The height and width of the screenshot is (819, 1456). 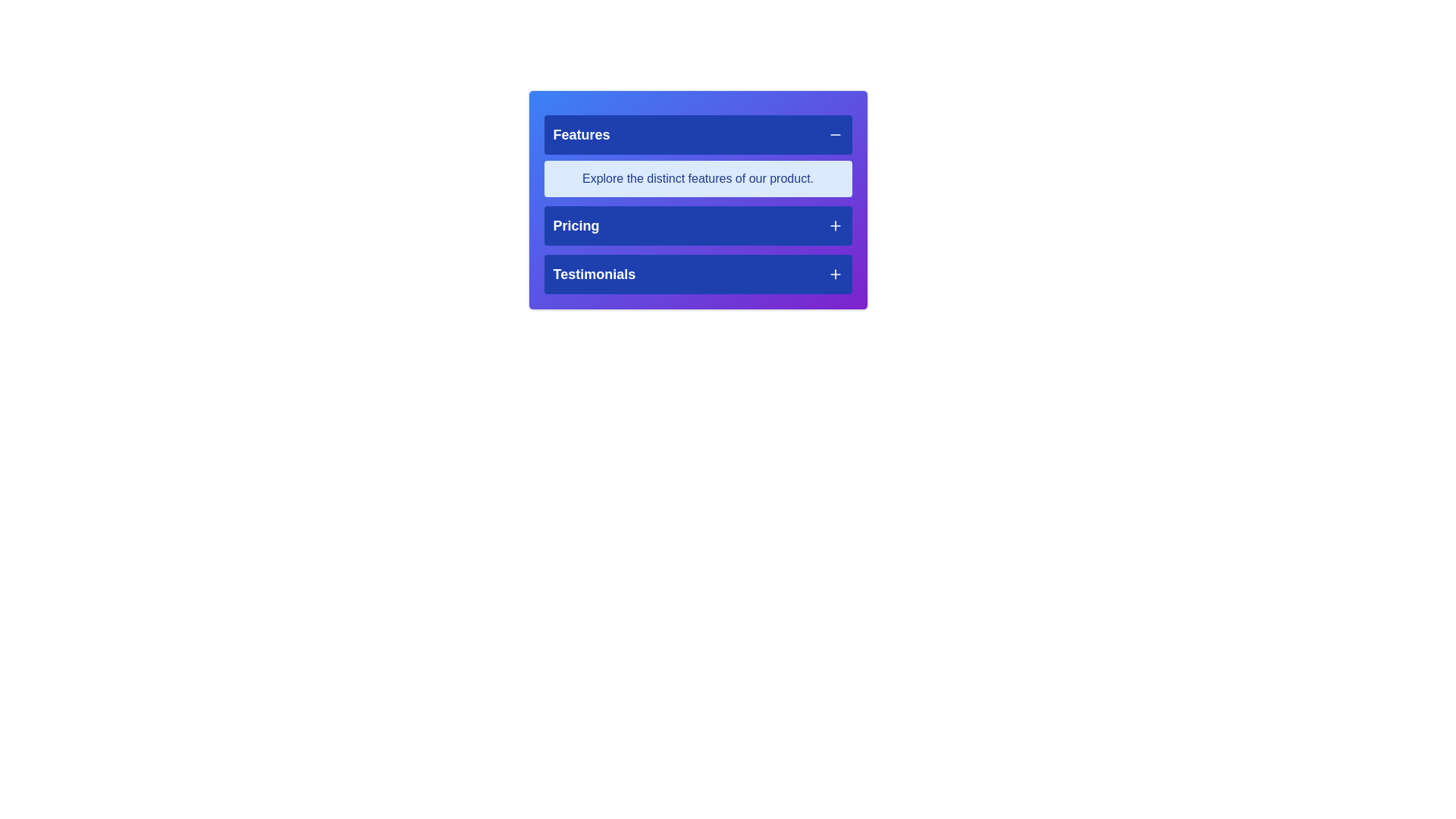 I want to click on the Icon (Minus Sign) located at the top right corner of the 'Features' section to trigger any hover effects, so click(x=834, y=133).